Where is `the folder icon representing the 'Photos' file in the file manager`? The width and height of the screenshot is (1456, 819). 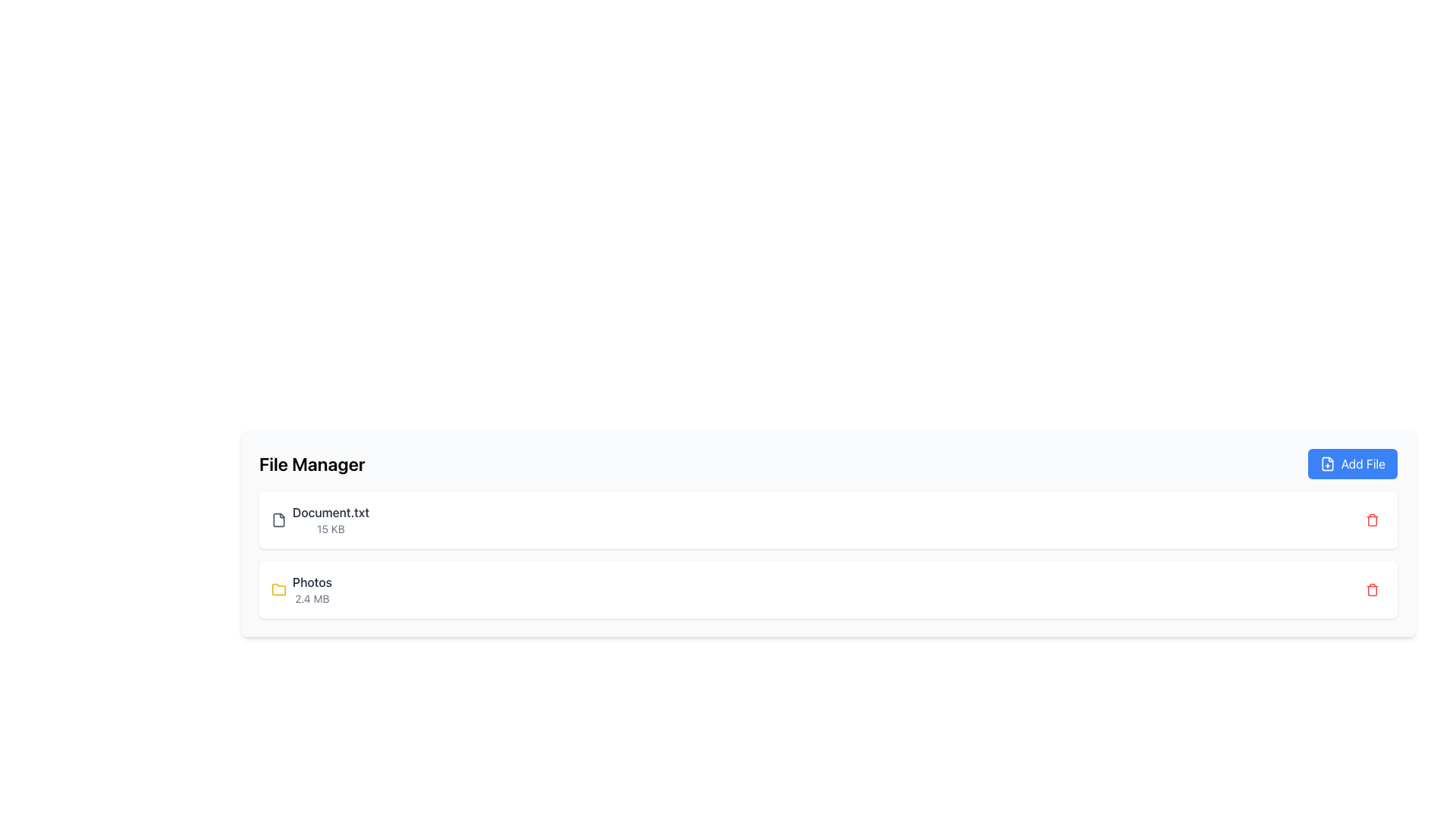 the folder icon representing the 'Photos' file in the file manager is located at coordinates (279, 589).